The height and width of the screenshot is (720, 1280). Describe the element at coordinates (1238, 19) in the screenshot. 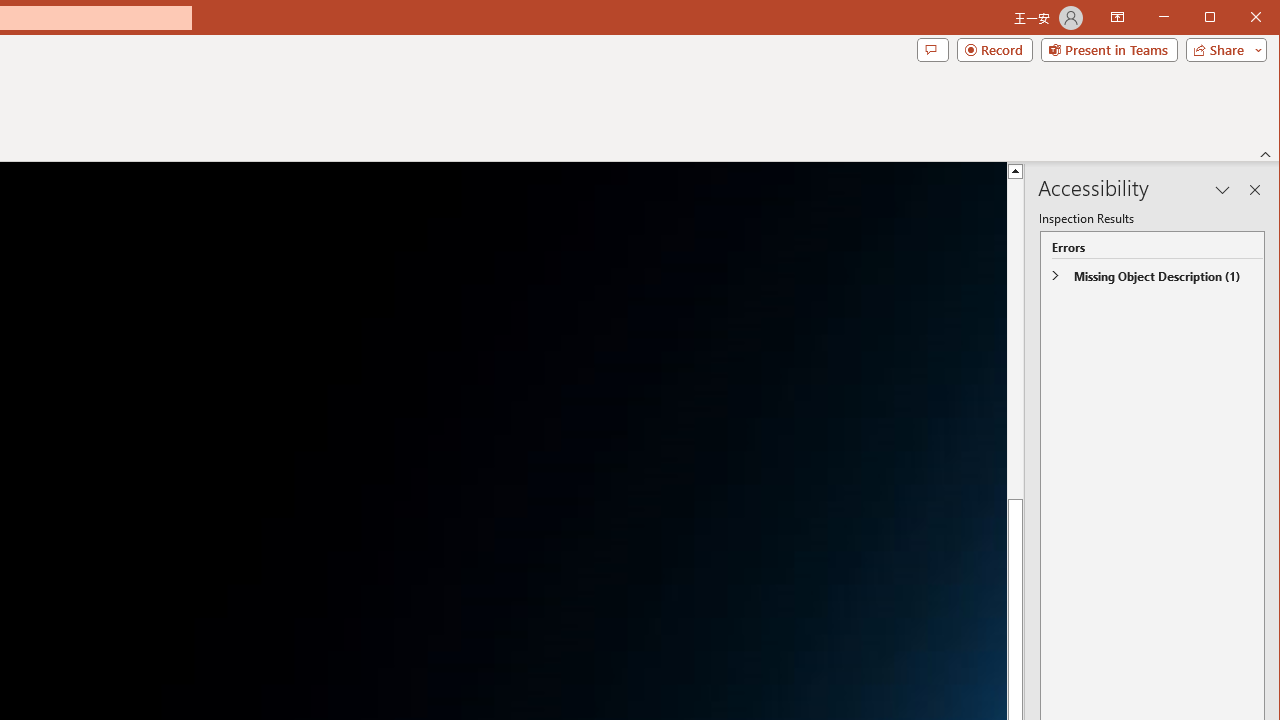

I see `'Maximize'` at that location.